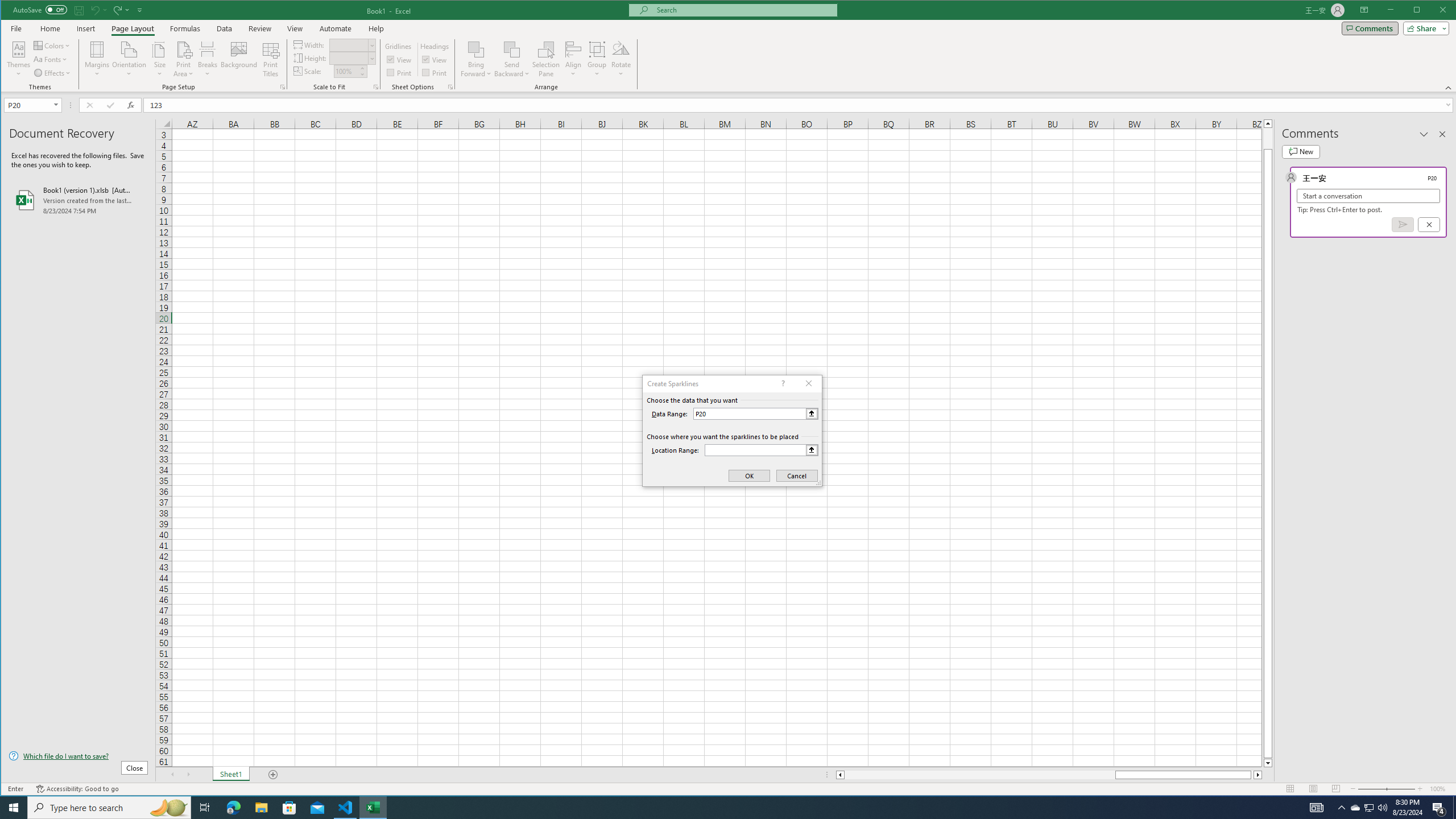  I want to click on 'Send Backward', so click(512, 59).